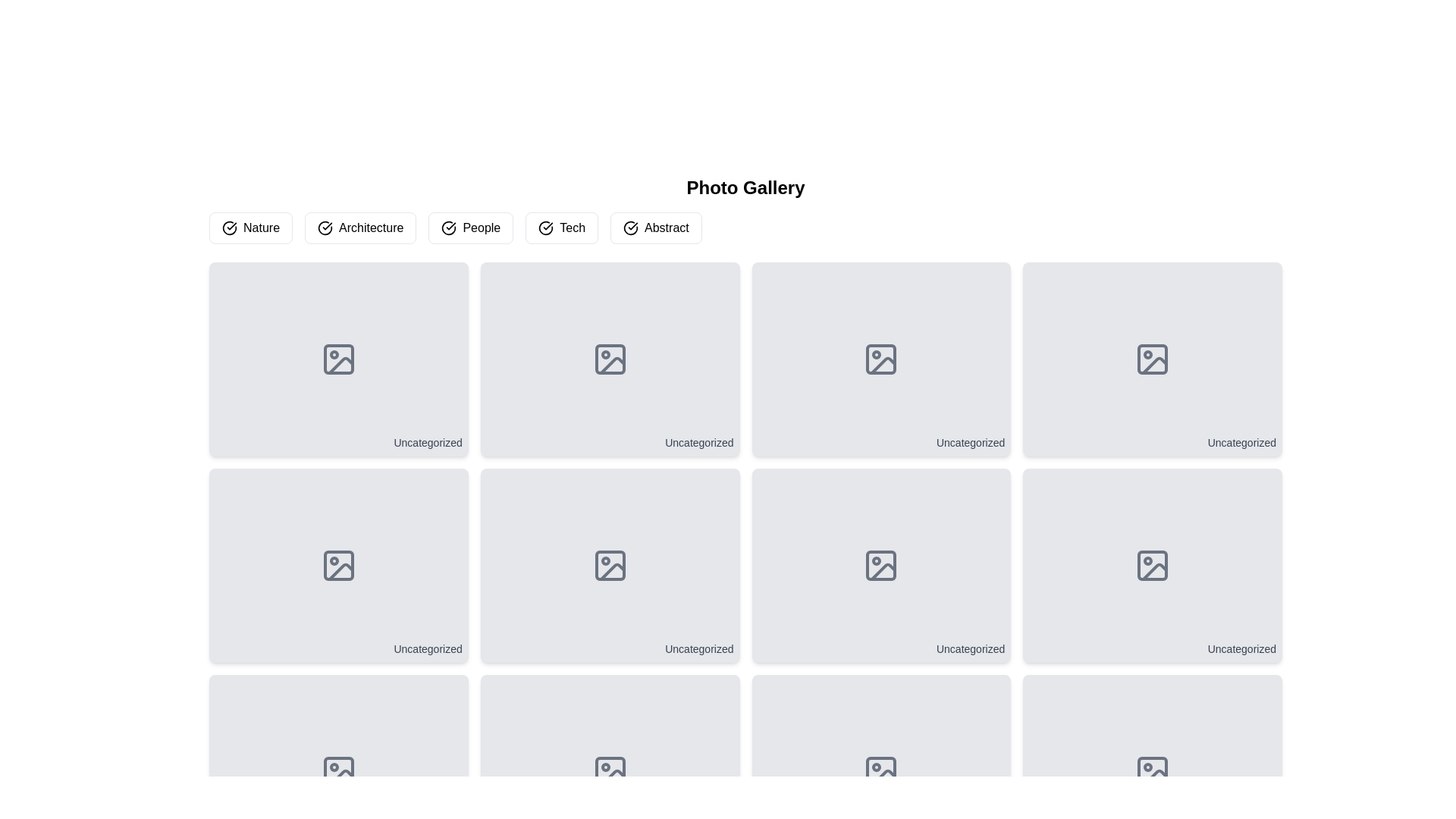  I want to click on the icon element resembling a photo outline, which is located in the bottom-right grid cell of the photo gallery layout labeled 'Uncategorized', so click(610, 772).